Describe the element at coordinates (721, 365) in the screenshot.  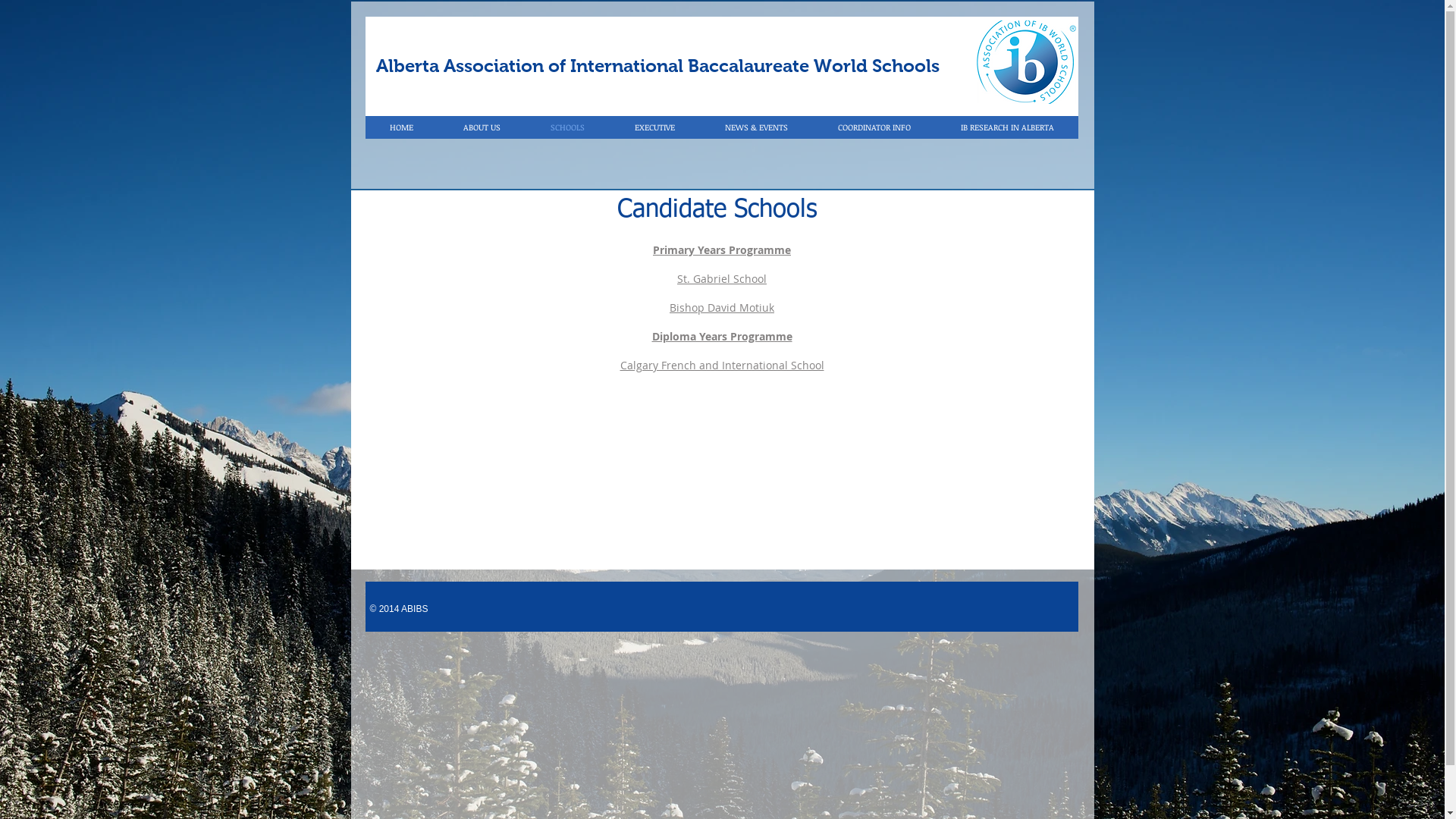
I see `'Calgary French and International School'` at that location.